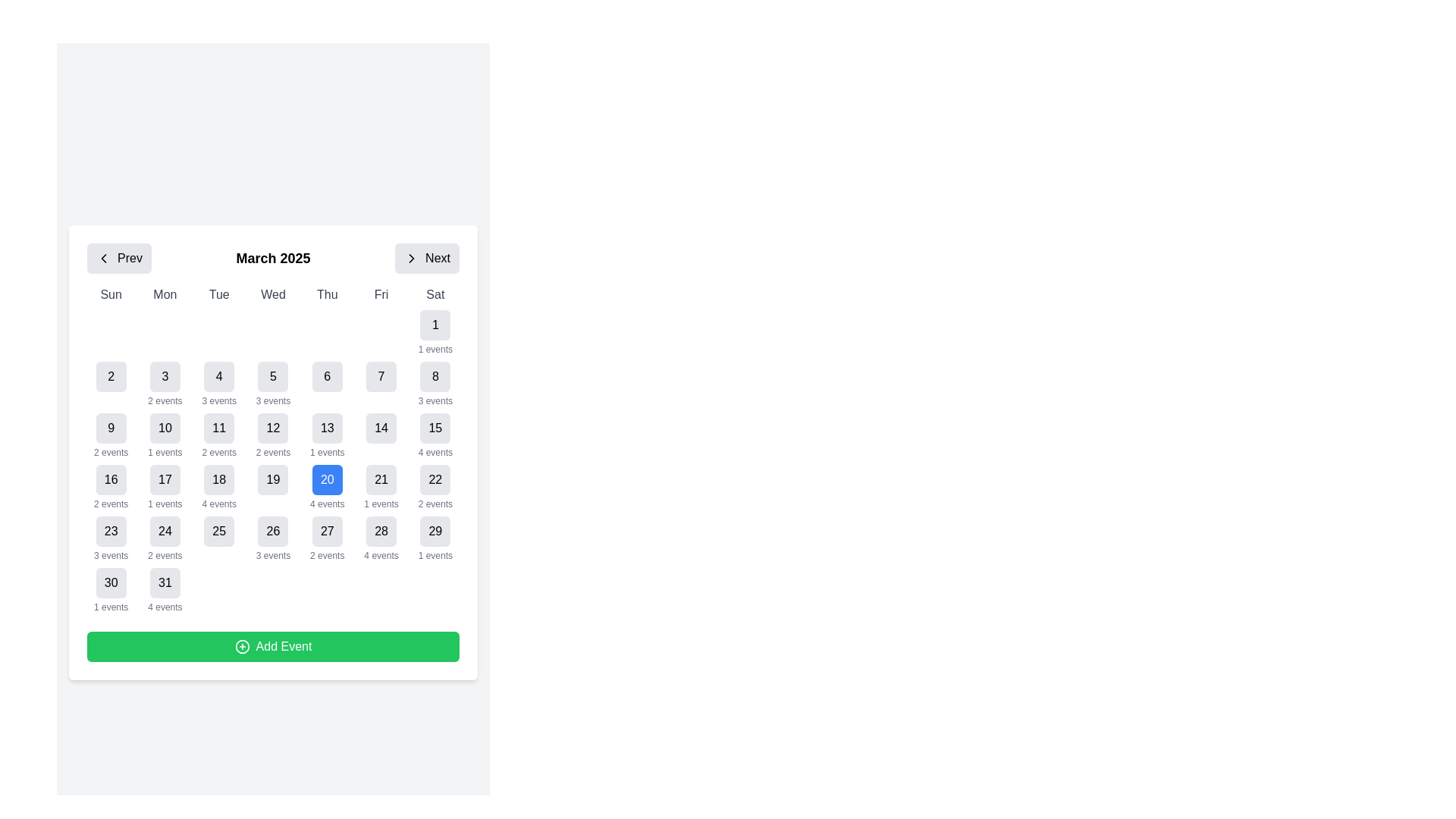 This screenshot has height=819, width=1456. What do you see at coordinates (273, 488) in the screenshot?
I see `the small square button with a light gray background and the number '19' displayed in black font` at bounding box center [273, 488].